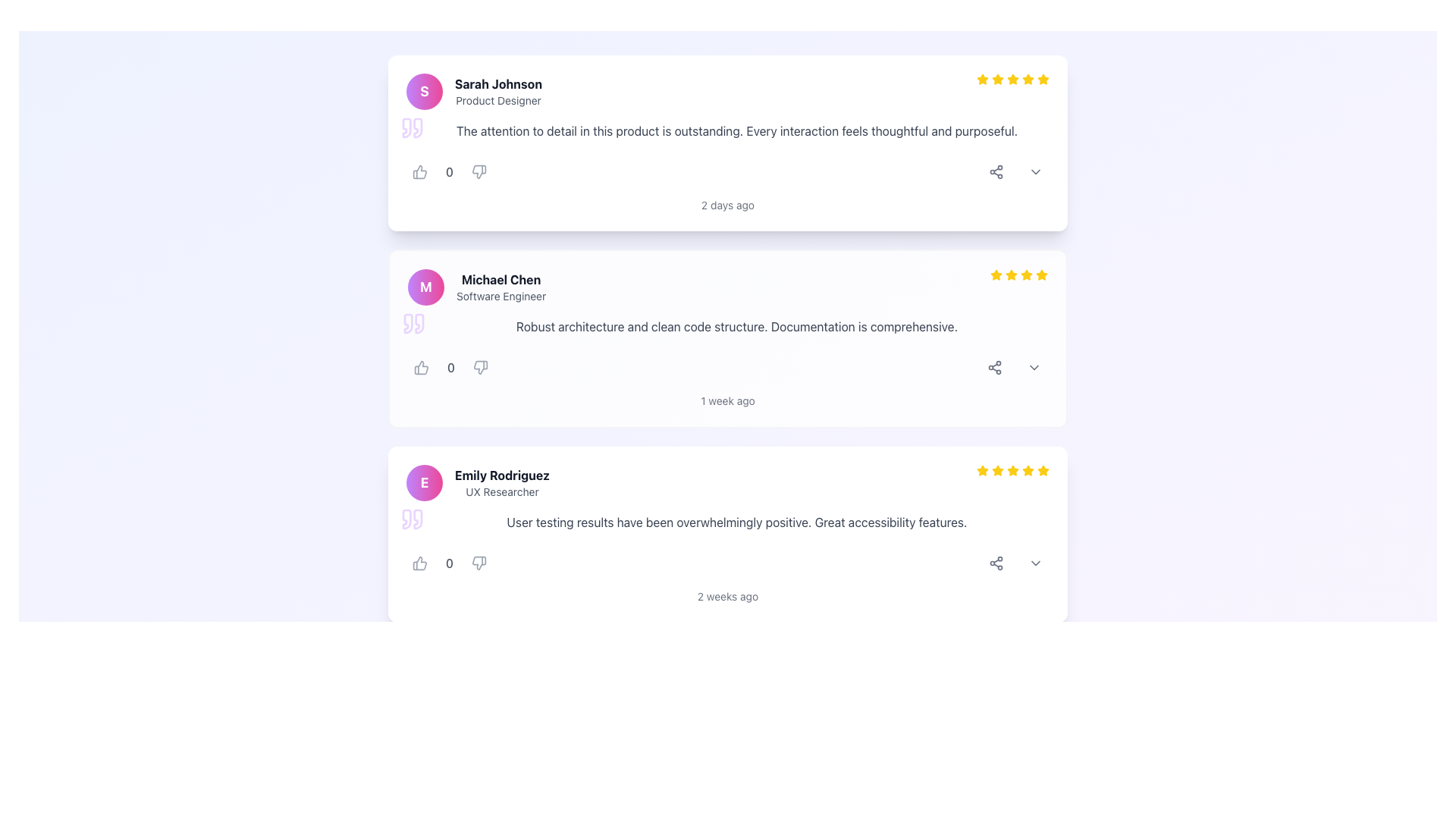 The height and width of the screenshot is (819, 1456). Describe the element at coordinates (728, 143) in the screenshot. I see `review content displayed in the first feedback card, which includes the user's name, role, feedback, and a timestamp indicating '2 days ago'` at that location.